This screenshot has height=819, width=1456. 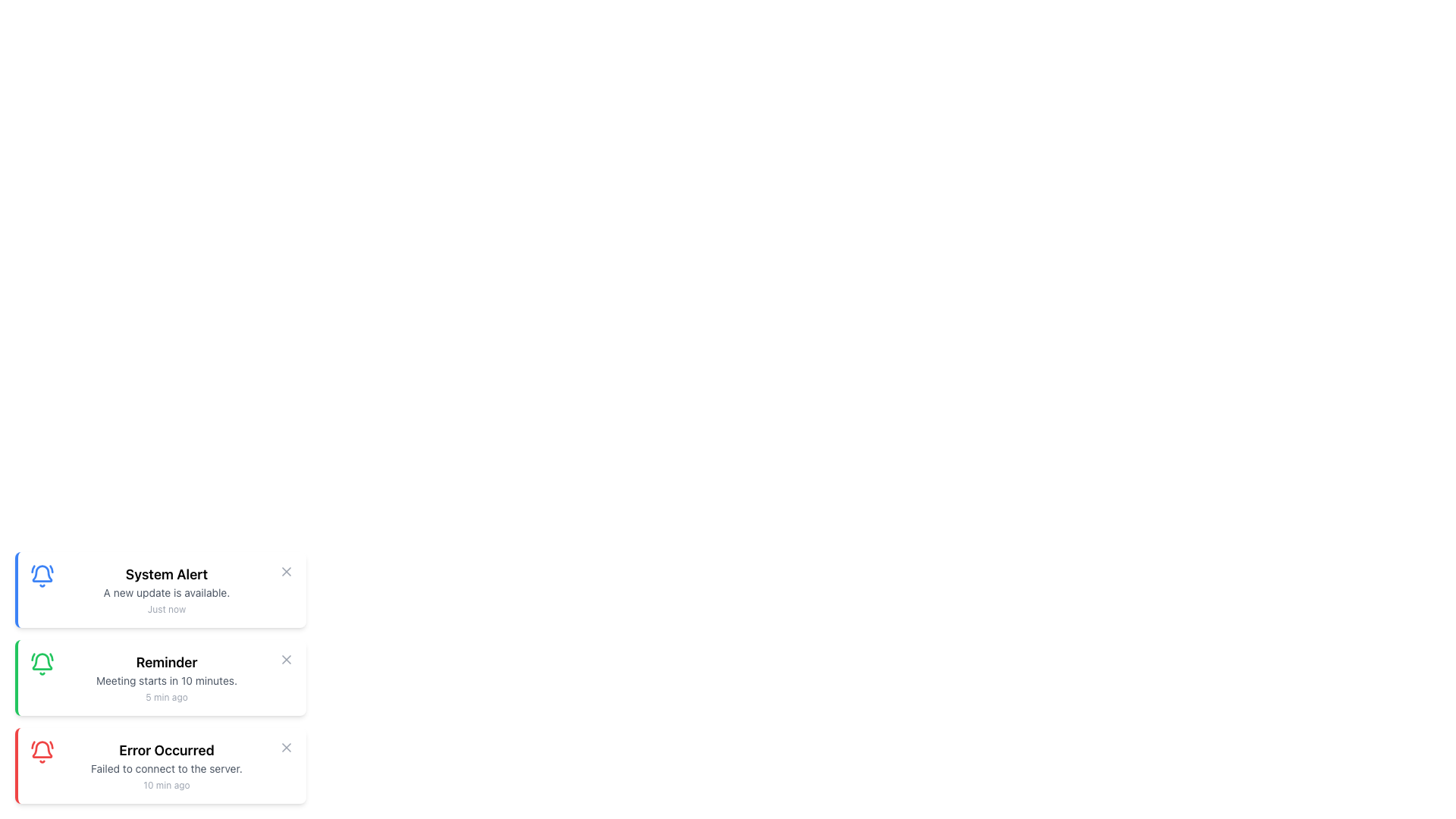 I want to click on the text element displaying the message 'Failed to connect to the server' located within the 'Error Occurred' notification group, so click(x=167, y=769).